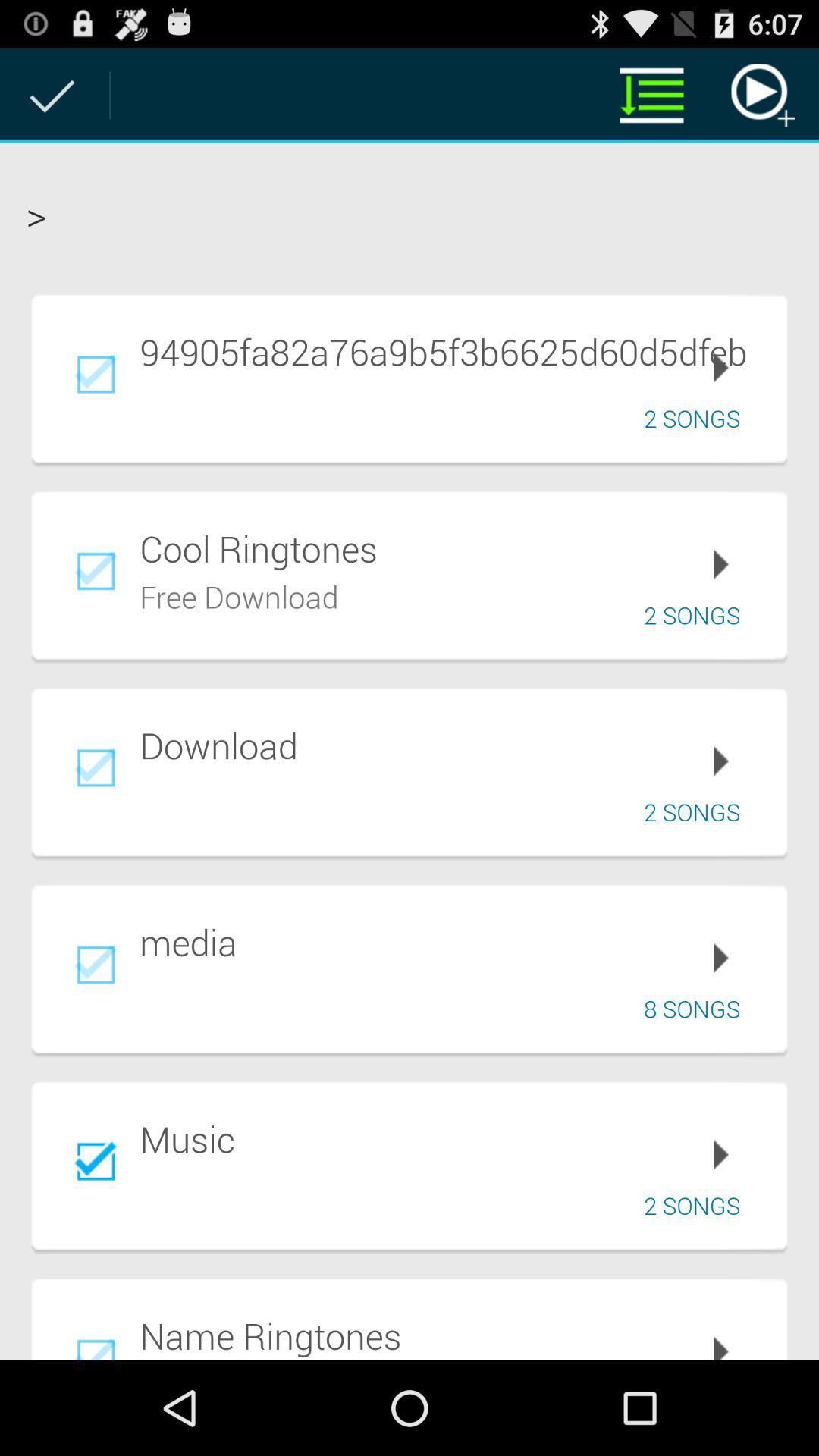 The image size is (819, 1456). Describe the element at coordinates (452, 1138) in the screenshot. I see `the music icon` at that location.